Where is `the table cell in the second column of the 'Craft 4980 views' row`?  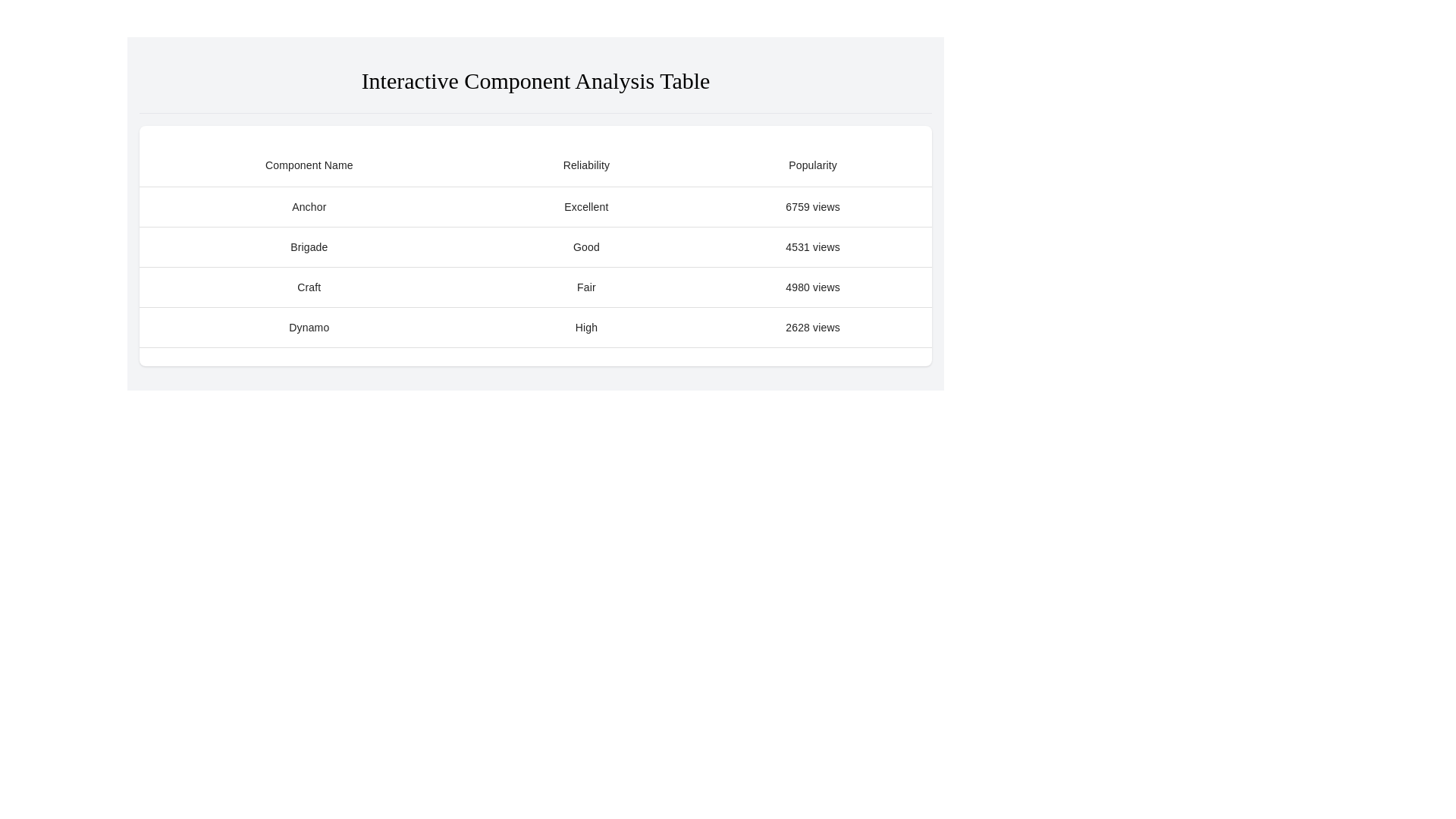 the table cell in the second column of the 'Craft 4980 views' row is located at coordinates (585, 287).